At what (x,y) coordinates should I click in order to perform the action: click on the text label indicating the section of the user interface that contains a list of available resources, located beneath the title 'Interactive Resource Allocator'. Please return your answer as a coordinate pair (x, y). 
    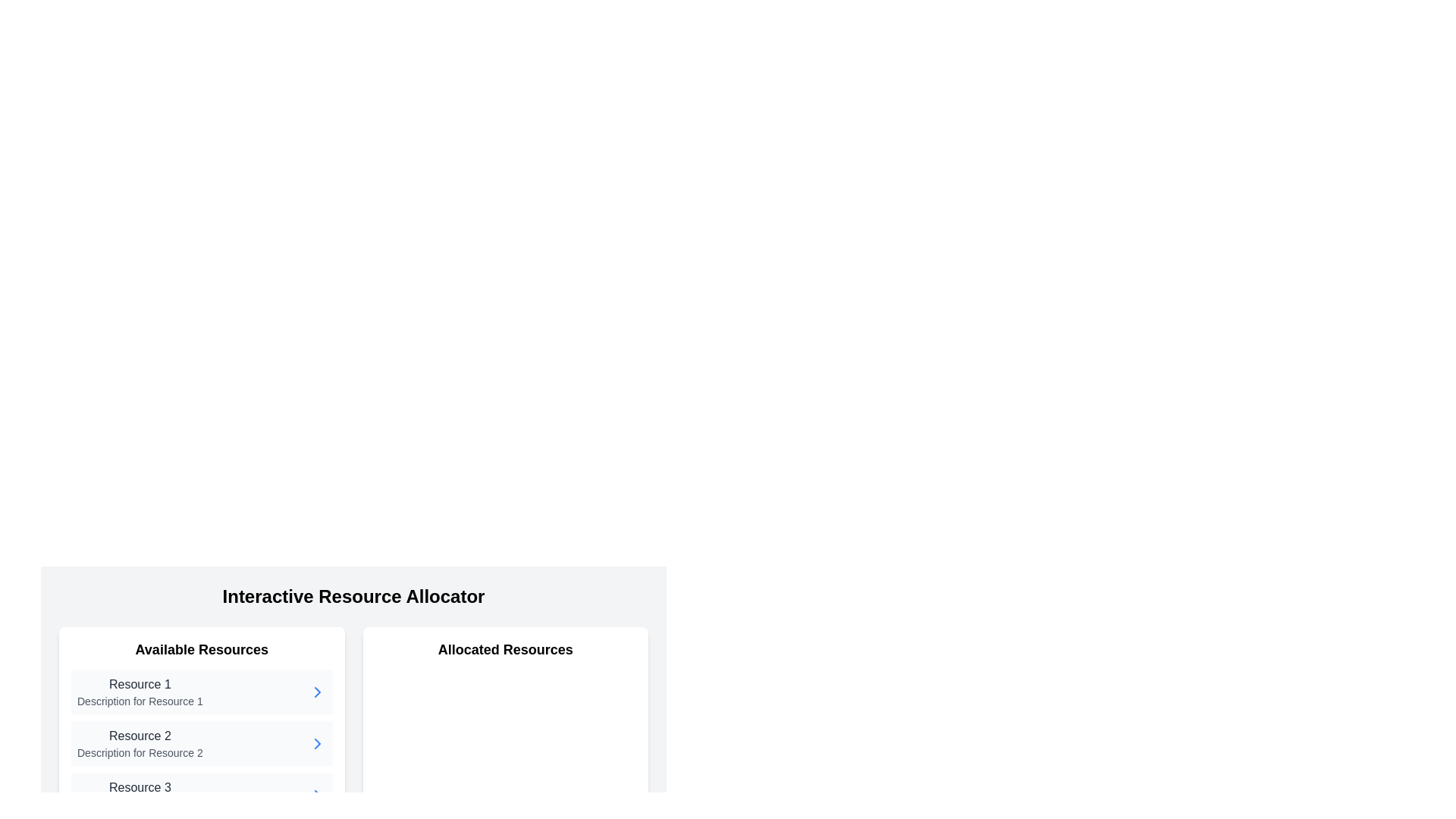
    Looking at the image, I should click on (201, 648).